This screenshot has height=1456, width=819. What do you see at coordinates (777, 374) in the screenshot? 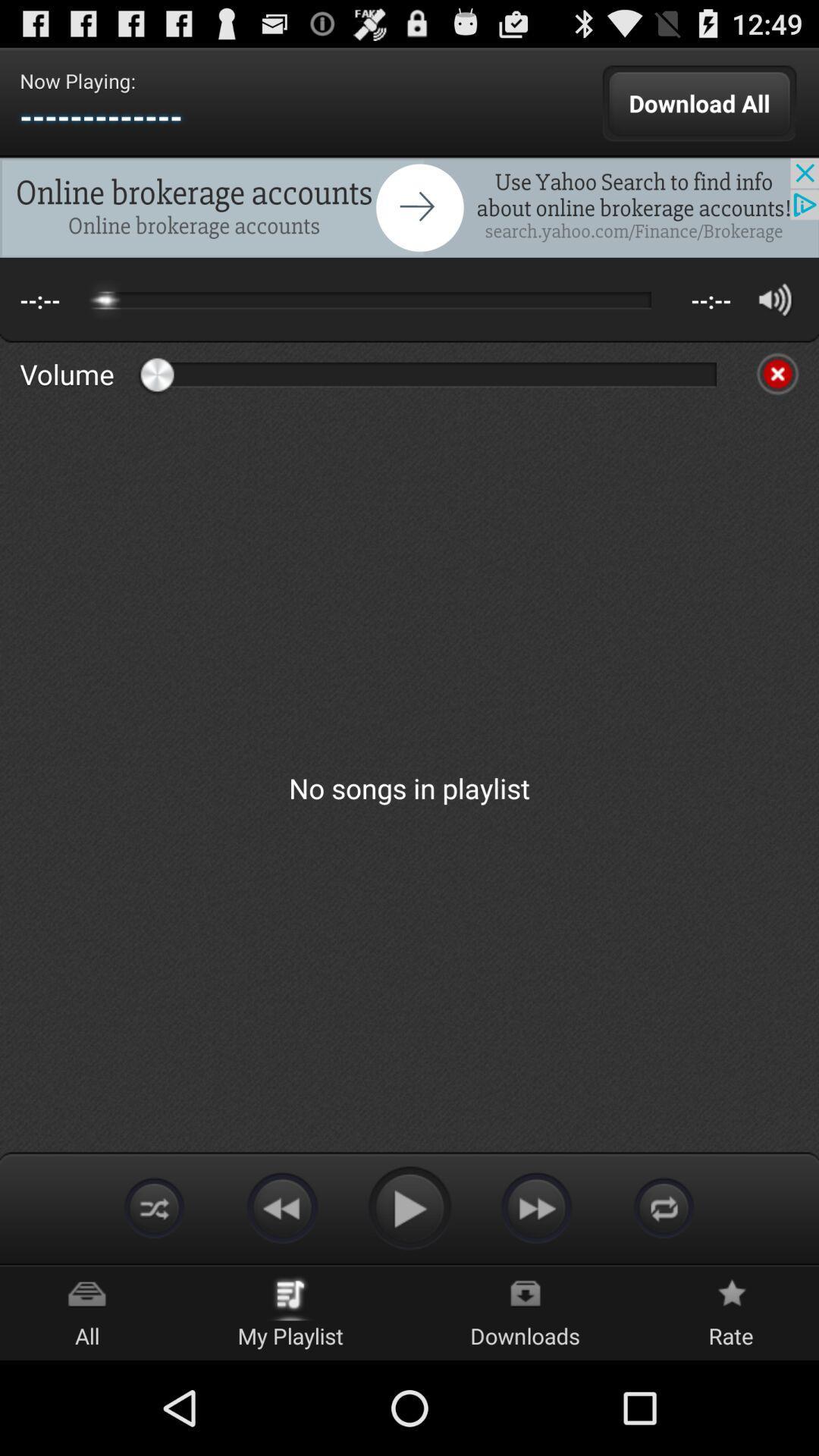
I see `volume` at bounding box center [777, 374].